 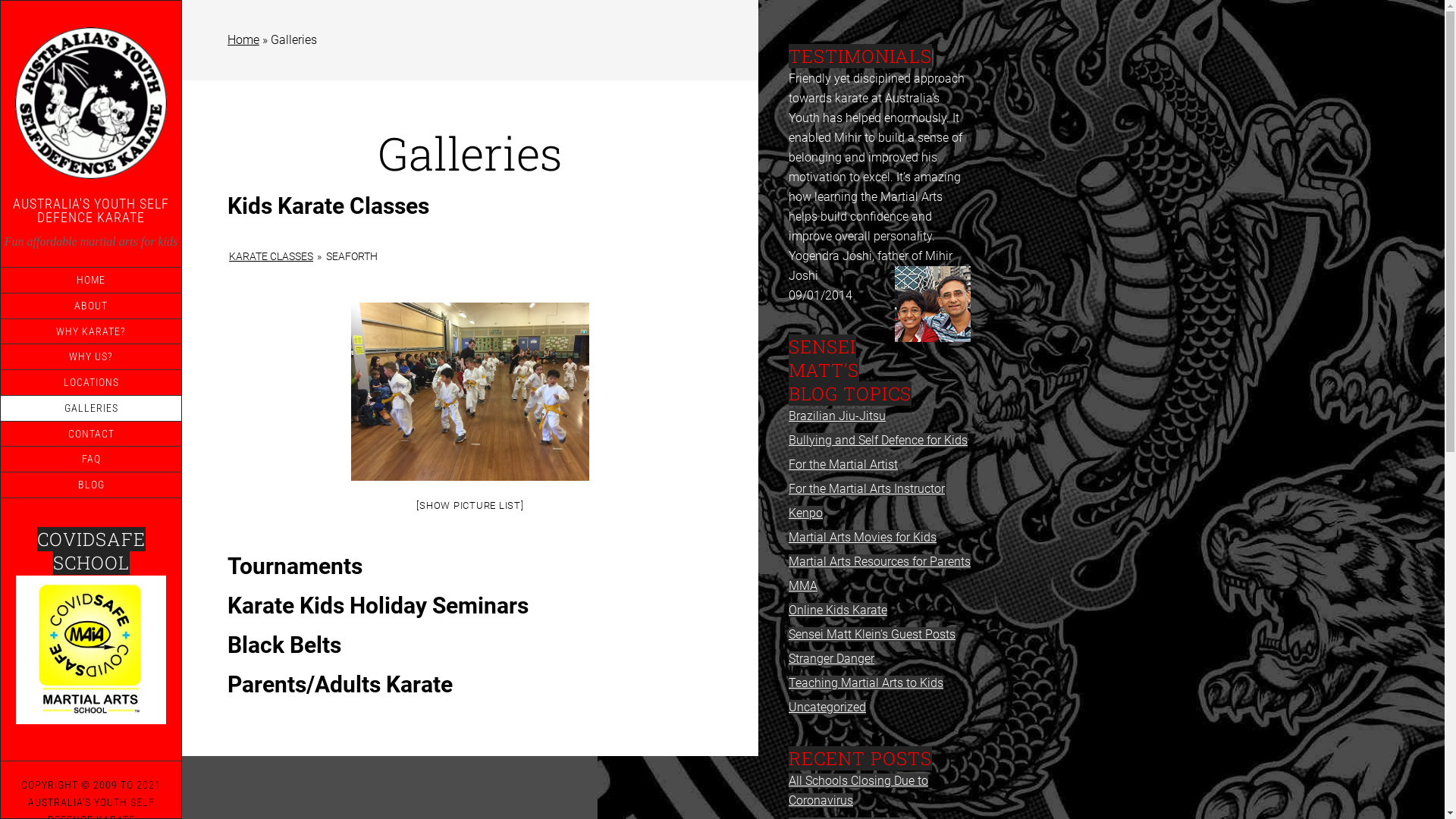 I want to click on 'MMA', so click(x=802, y=585).